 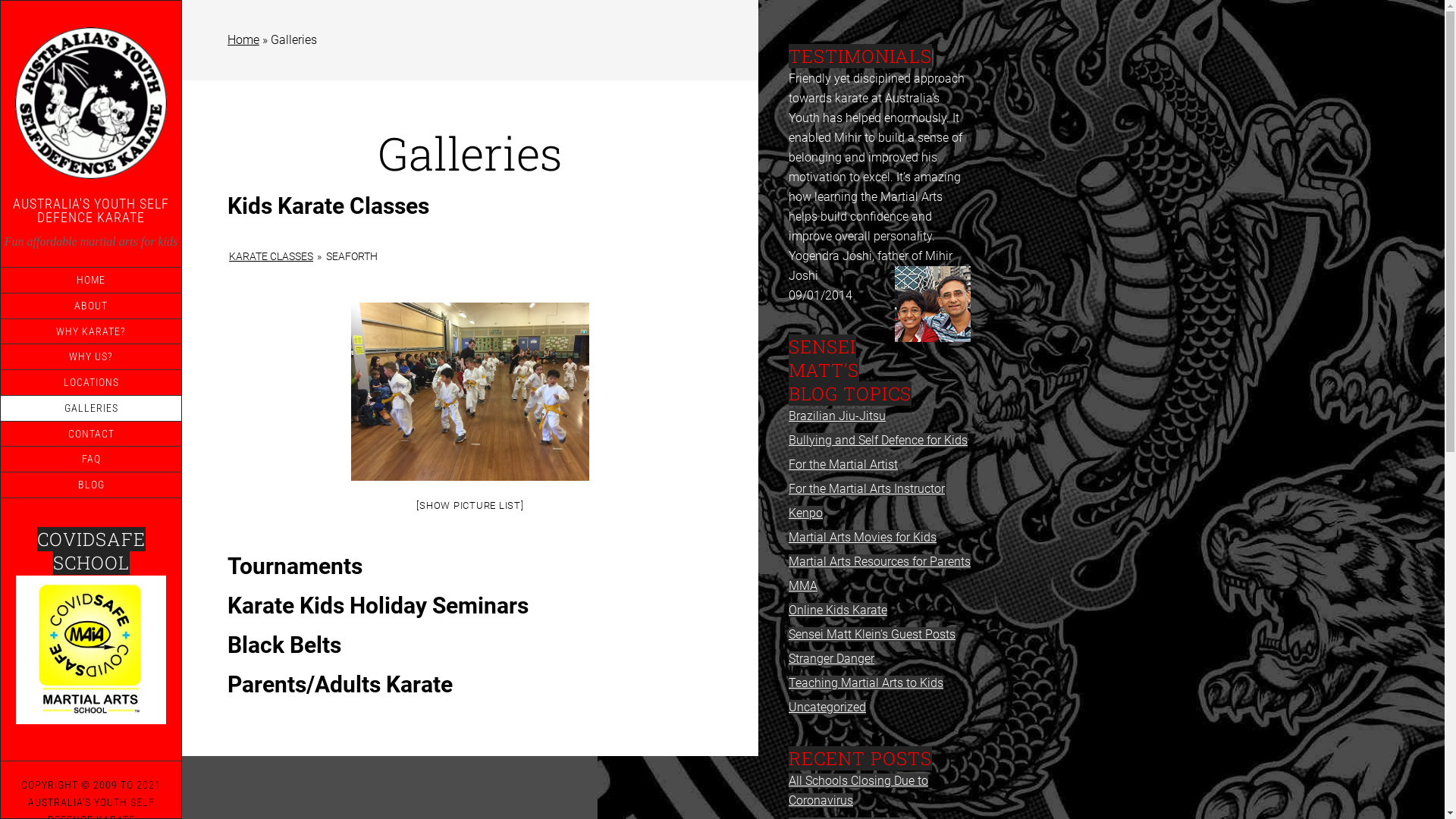 I want to click on 'MMA', so click(x=802, y=585).